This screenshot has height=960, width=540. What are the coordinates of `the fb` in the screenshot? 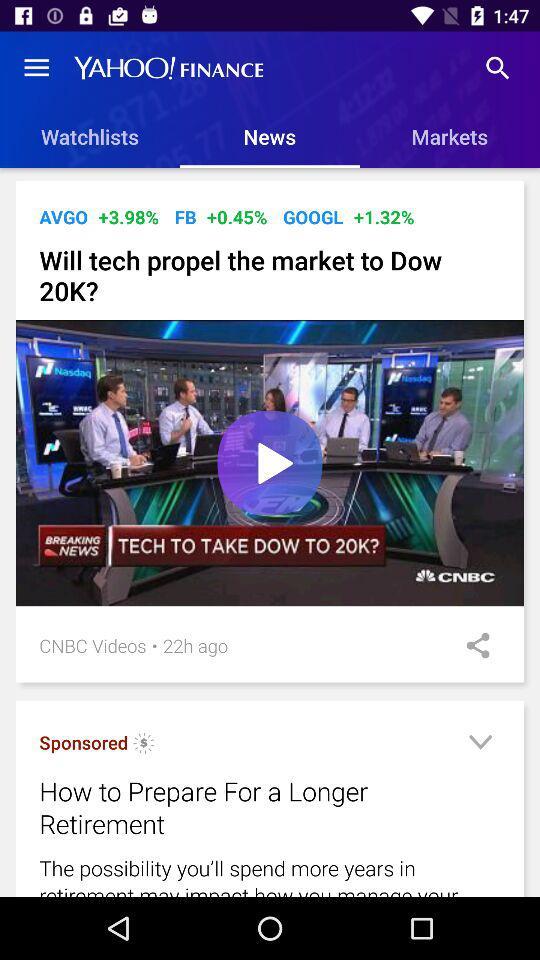 It's located at (185, 217).